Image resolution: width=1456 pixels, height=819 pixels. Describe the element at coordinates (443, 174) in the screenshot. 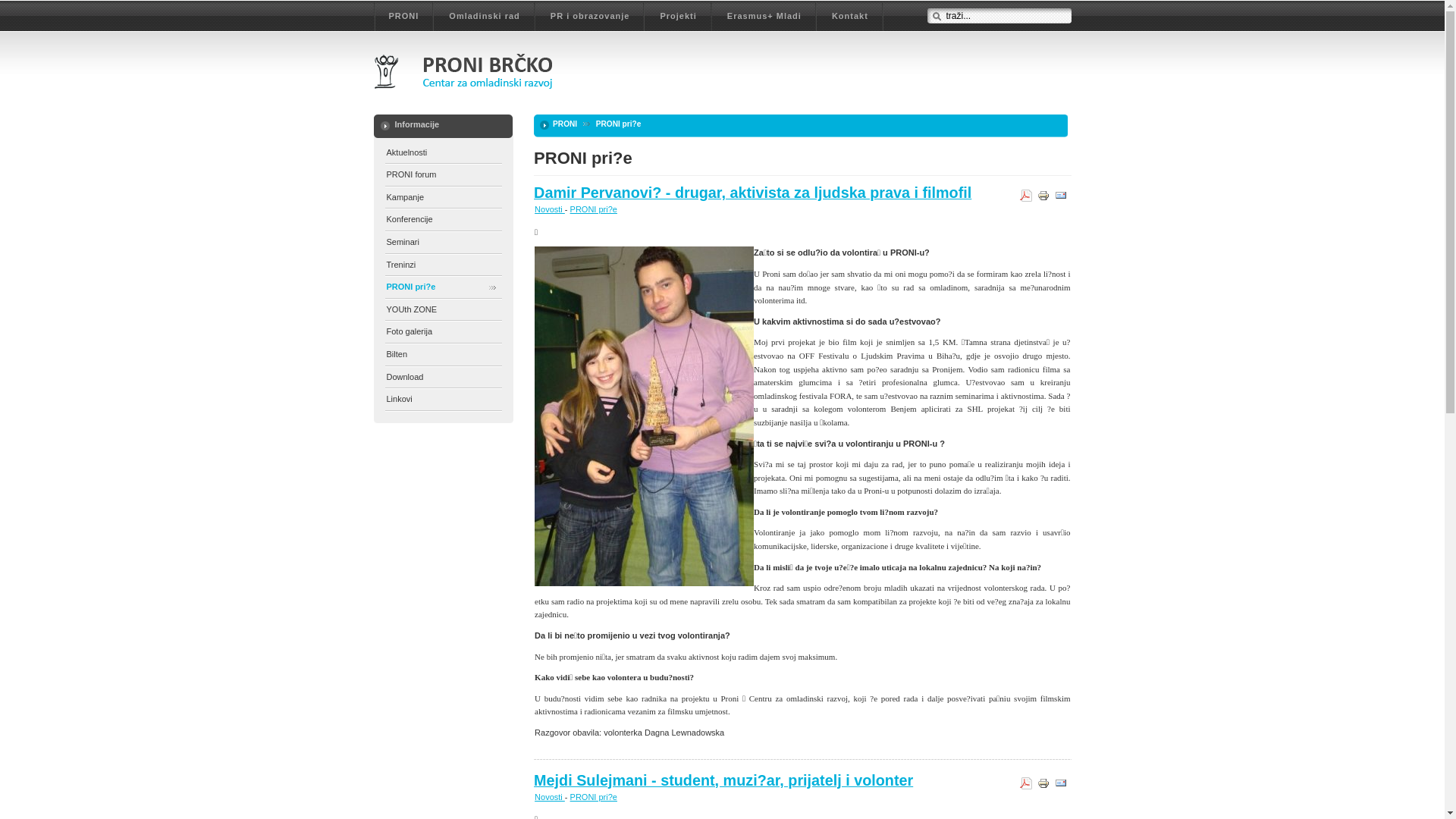

I see `'PRONI forum'` at that location.